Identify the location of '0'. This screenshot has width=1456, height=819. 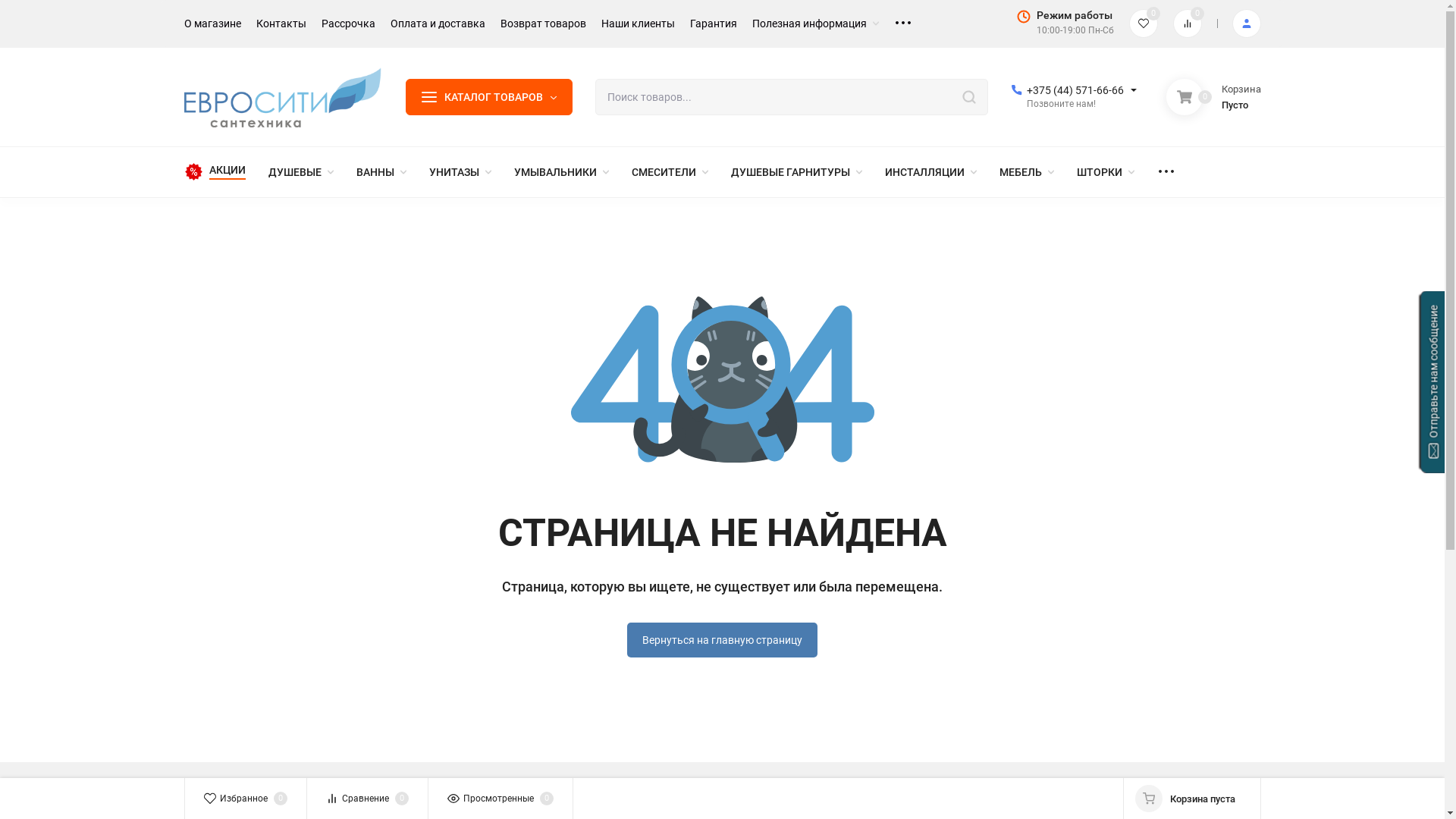
(1143, 23).